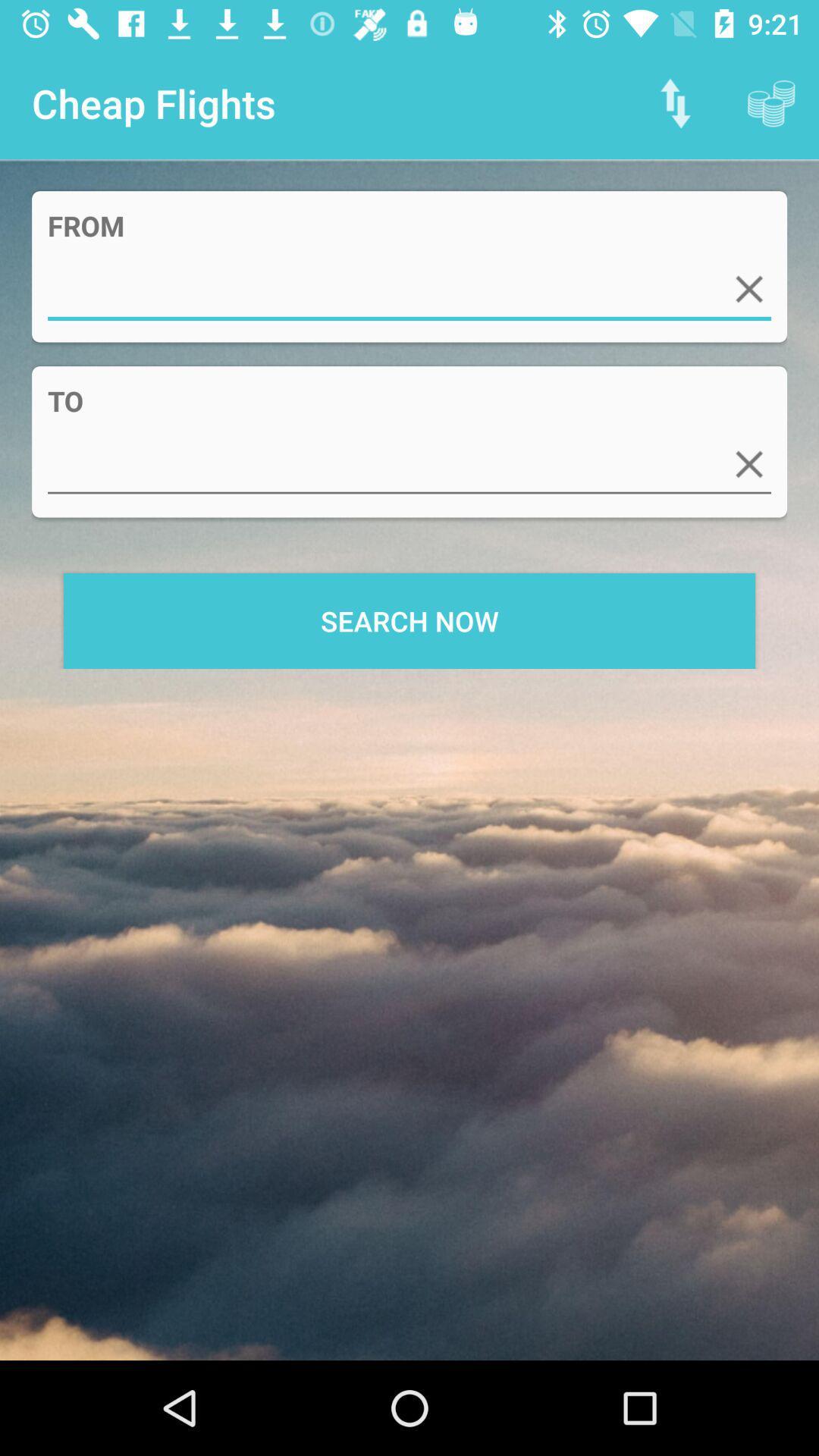  Describe the element at coordinates (409, 289) in the screenshot. I see `item above the to app` at that location.